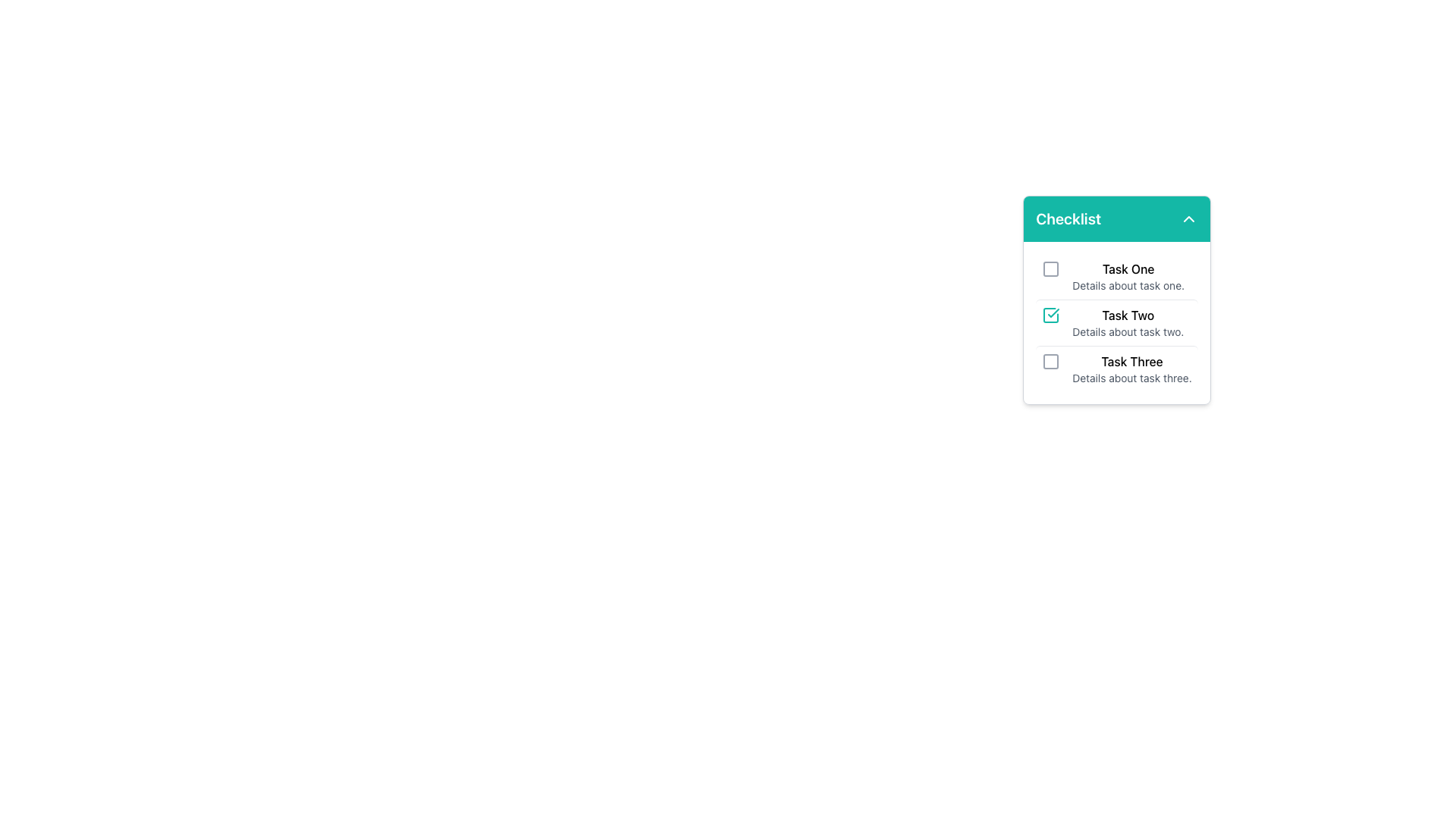  I want to click on the checkbox of the second checklist item located within the scrollable panel titled 'Checklist', so click(1117, 300).